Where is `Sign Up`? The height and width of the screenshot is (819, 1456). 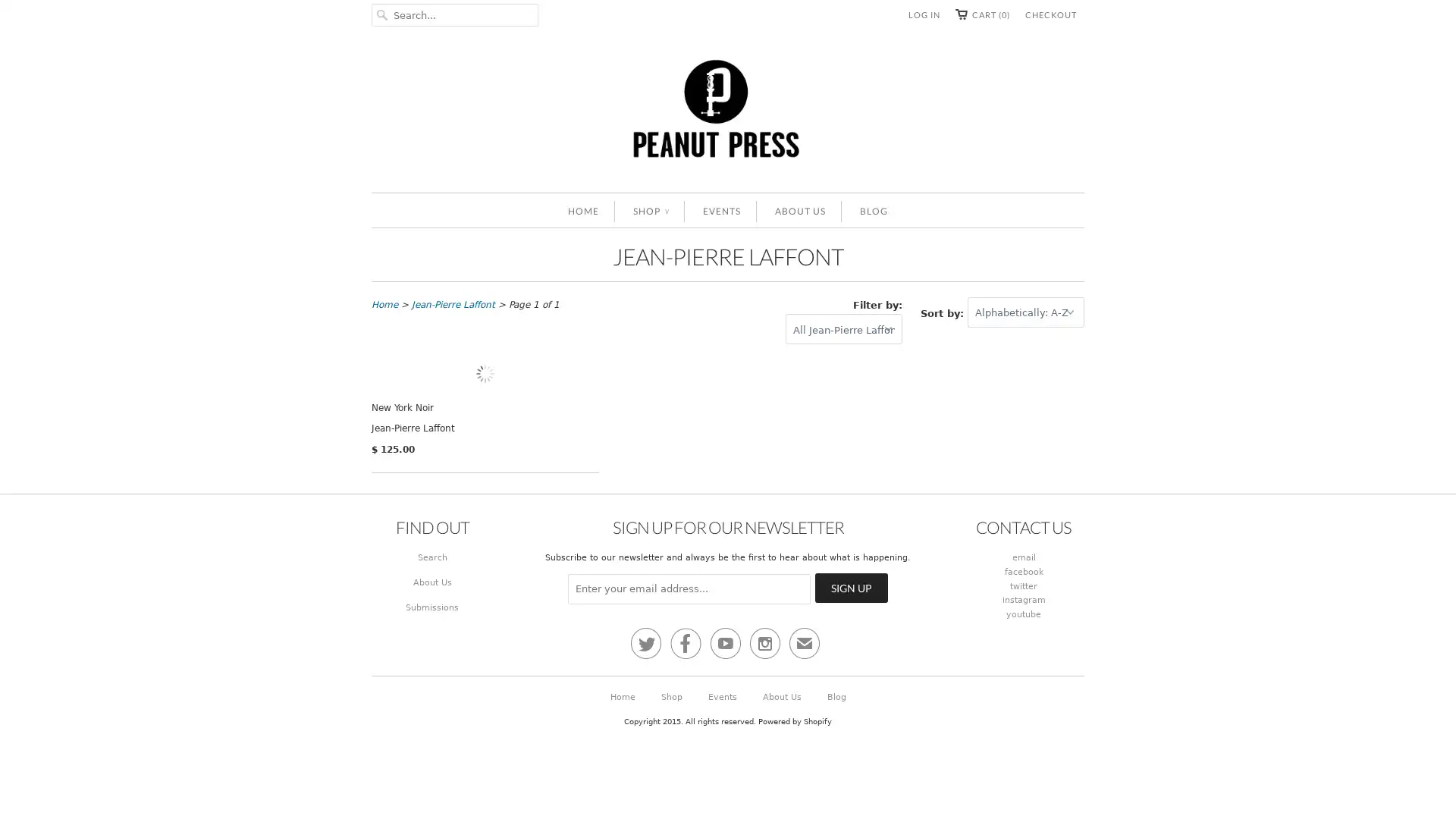 Sign Up is located at coordinates (852, 720).